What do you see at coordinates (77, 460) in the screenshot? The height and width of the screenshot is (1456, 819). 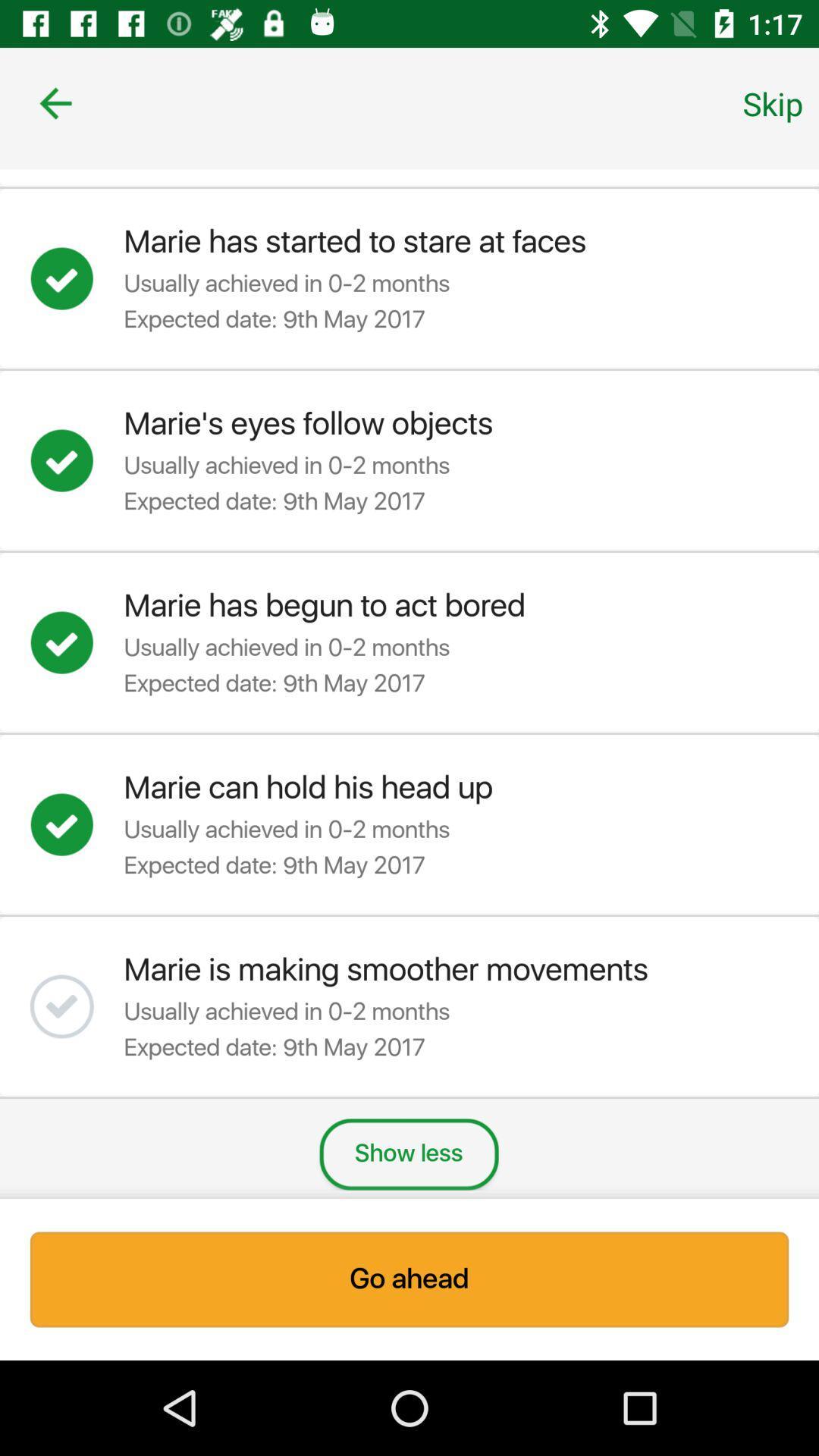 I see `the option` at bounding box center [77, 460].